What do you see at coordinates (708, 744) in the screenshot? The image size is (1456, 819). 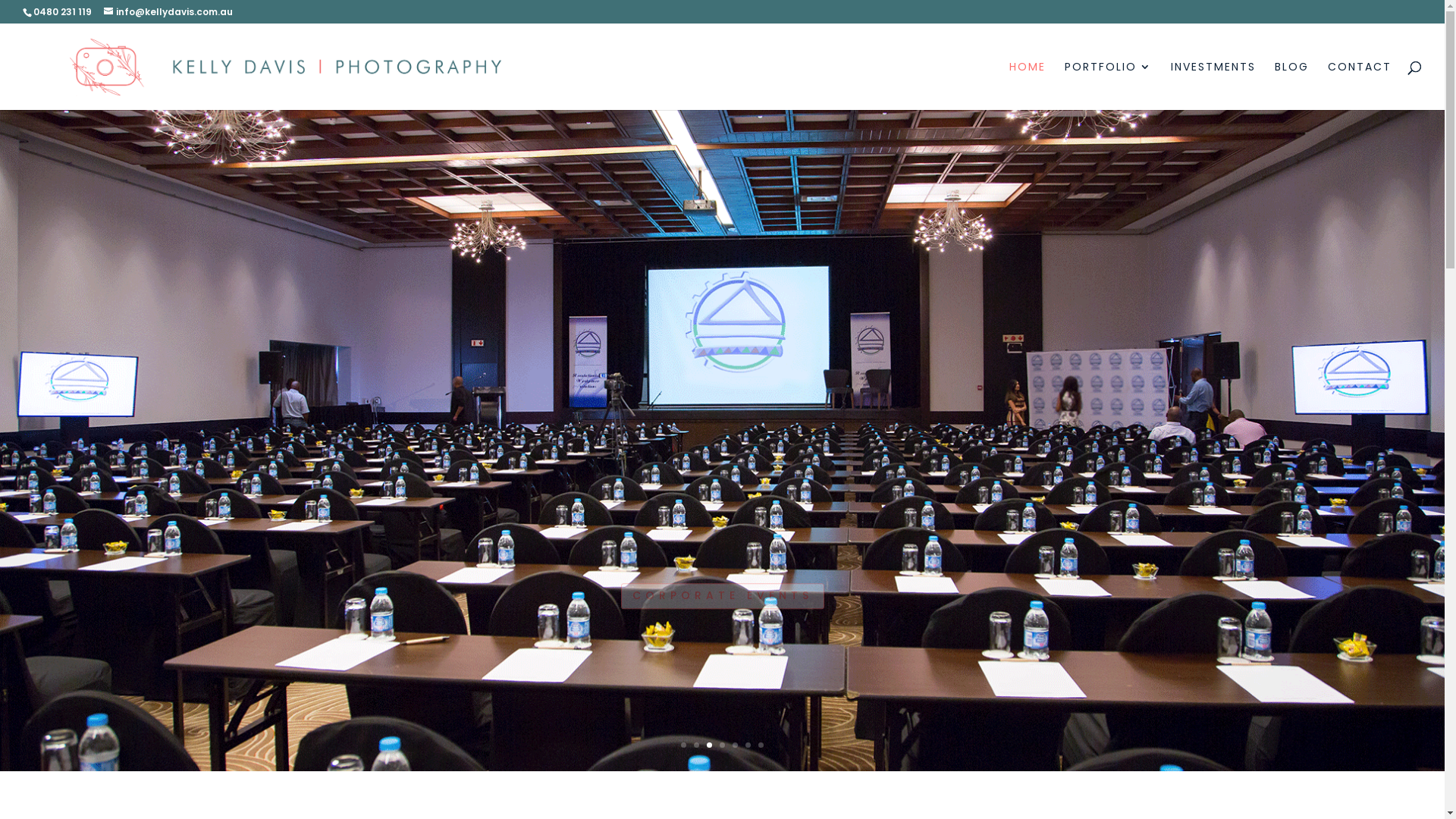 I see `'3'` at bounding box center [708, 744].